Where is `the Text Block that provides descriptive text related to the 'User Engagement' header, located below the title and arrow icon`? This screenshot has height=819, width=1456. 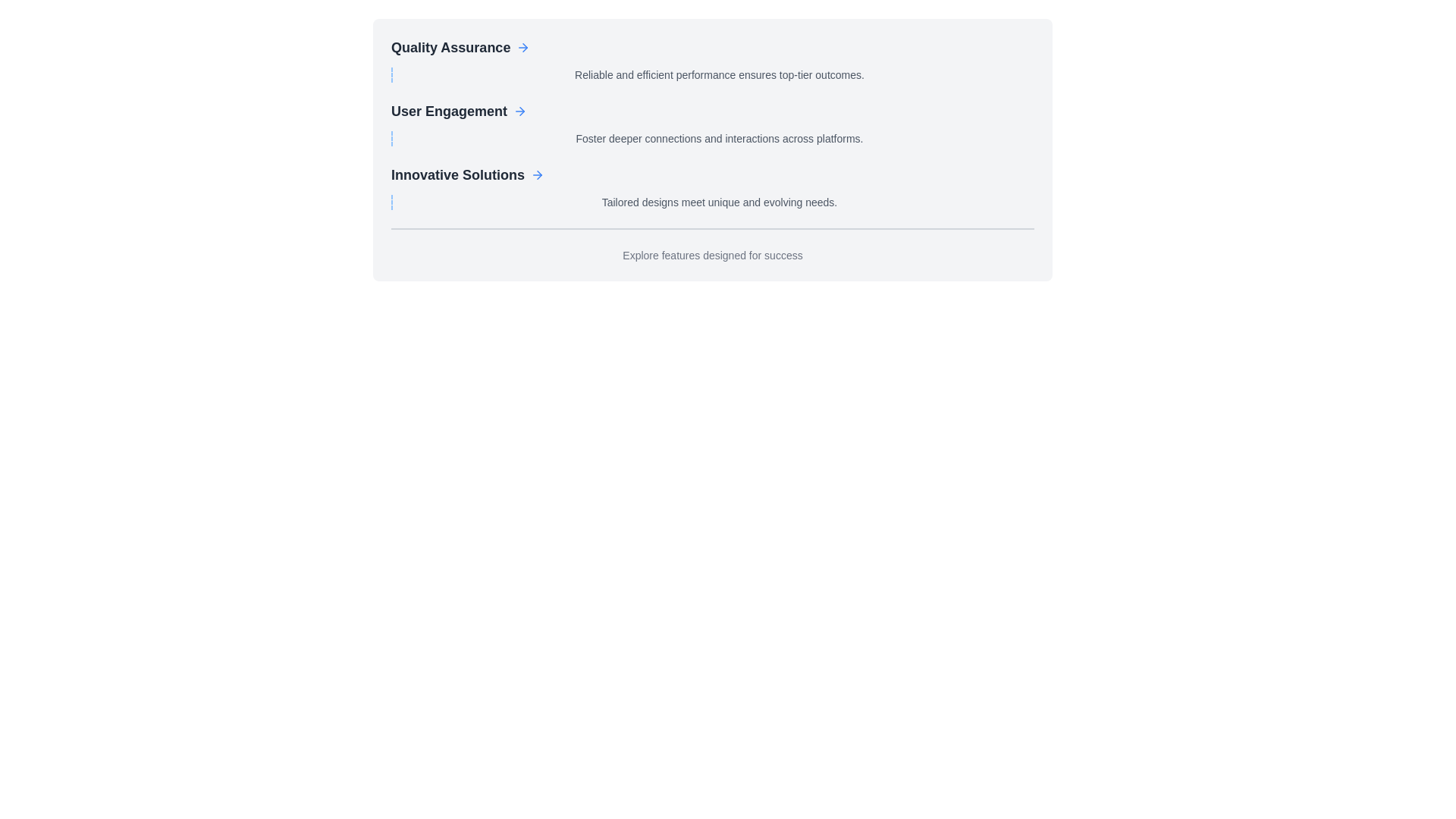
the Text Block that provides descriptive text related to the 'User Engagement' header, located below the title and arrow icon is located at coordinates (712, 138).